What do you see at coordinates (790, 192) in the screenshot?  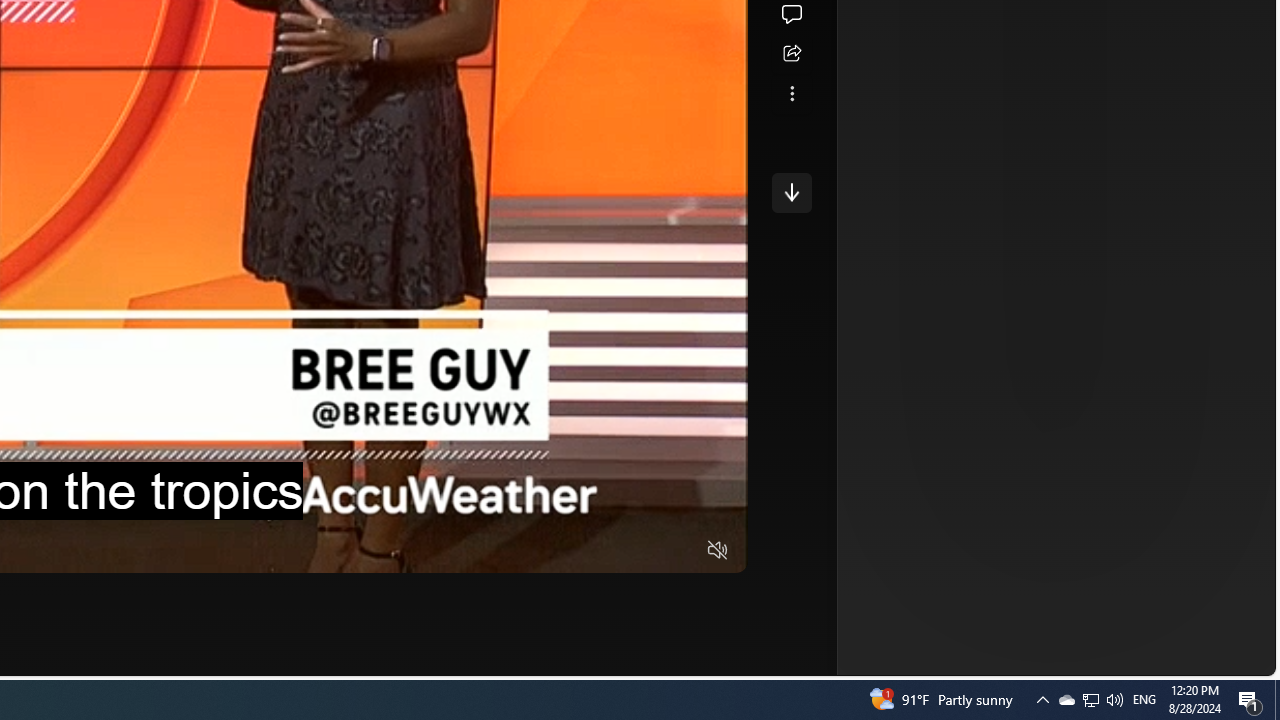 I see `'AutomationID: e5rZOEMGacU1'` at bounding box center [790, 192].